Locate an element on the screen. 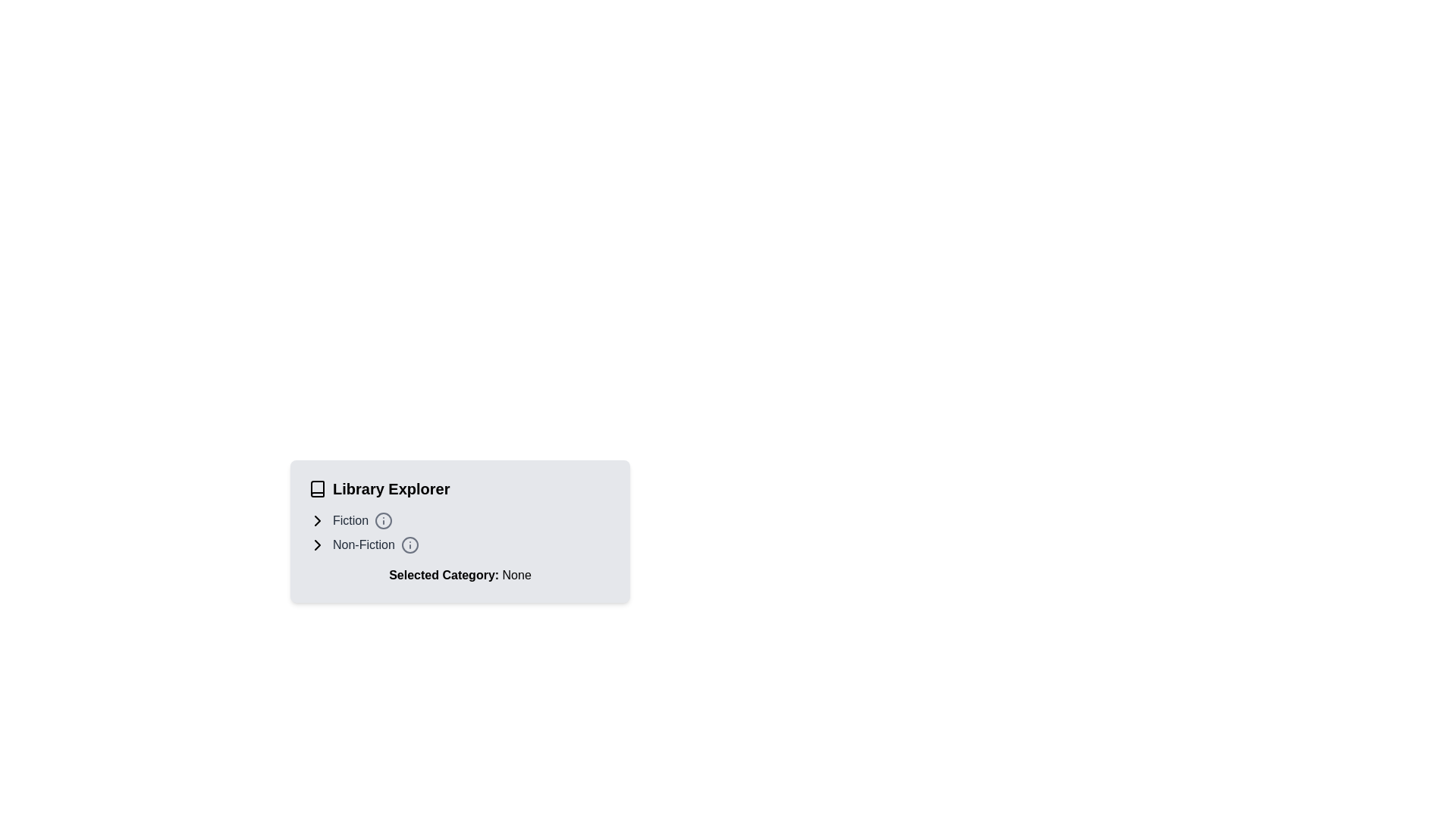 Image resolution: width=1456 pixels, height=819 pixels. the second text label in the Library Explorer section that denotes the 'Non-Fiction' category, located below the 'Fiction' entry is located at coordinates (364, 544).